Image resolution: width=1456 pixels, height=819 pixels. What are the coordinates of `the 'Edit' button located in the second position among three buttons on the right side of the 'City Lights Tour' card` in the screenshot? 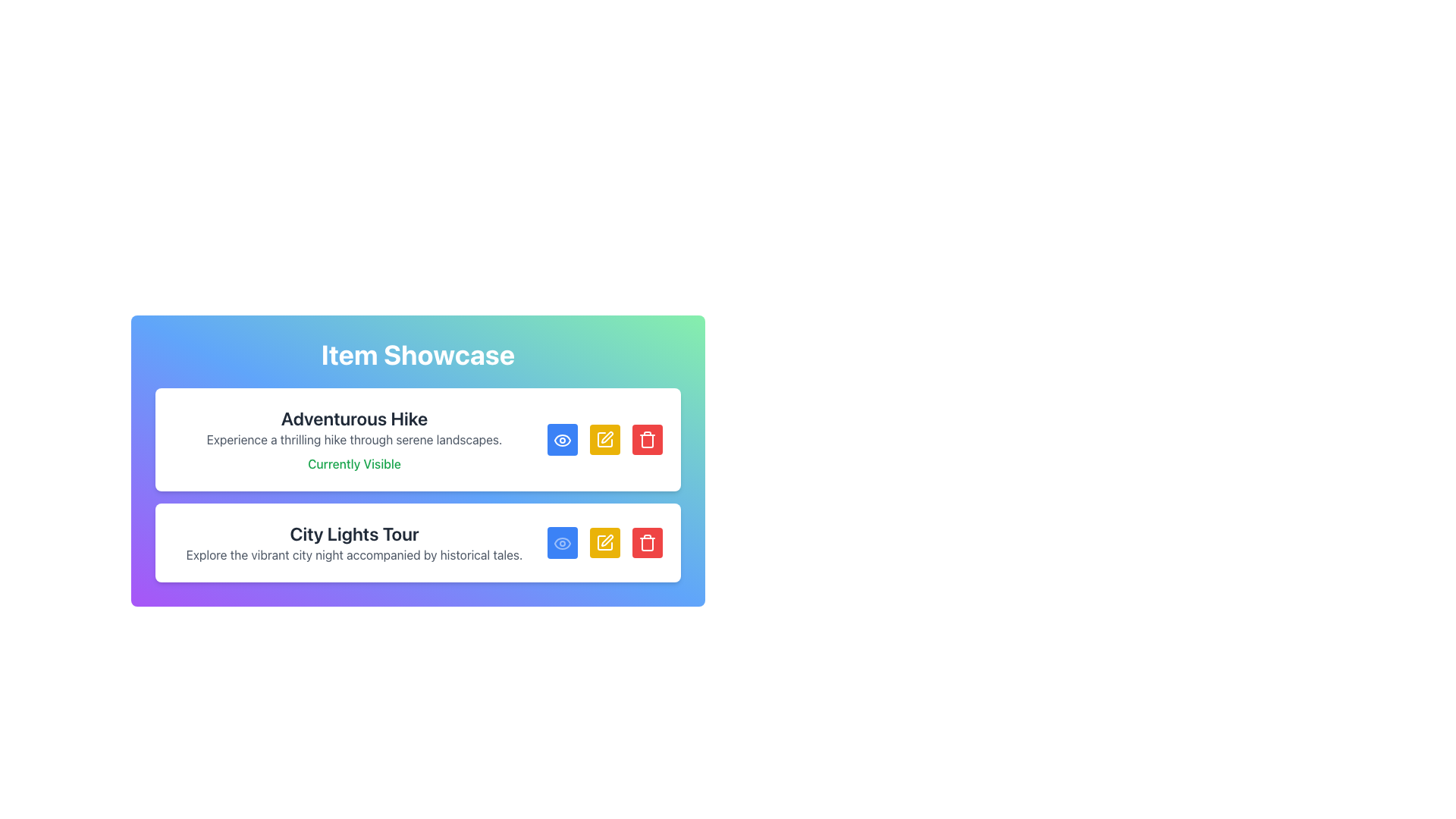 It's located at (604, 542).